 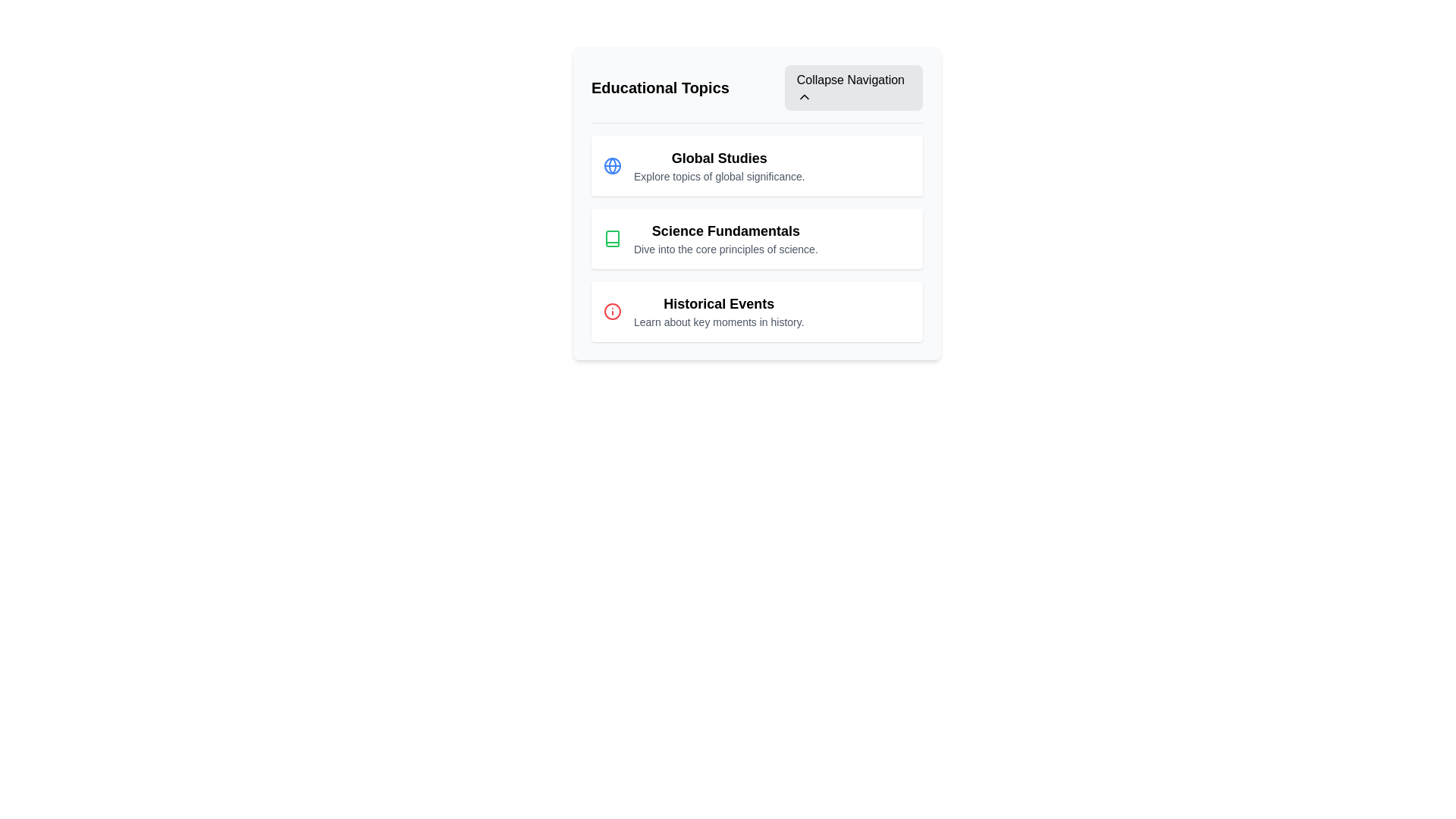 I want to click on the non-interactive heading text labeled 'Global Studies' which is located at the top of the 'Educational Topics' panel, within the first item of the structured list, so click(x=718, y=158).